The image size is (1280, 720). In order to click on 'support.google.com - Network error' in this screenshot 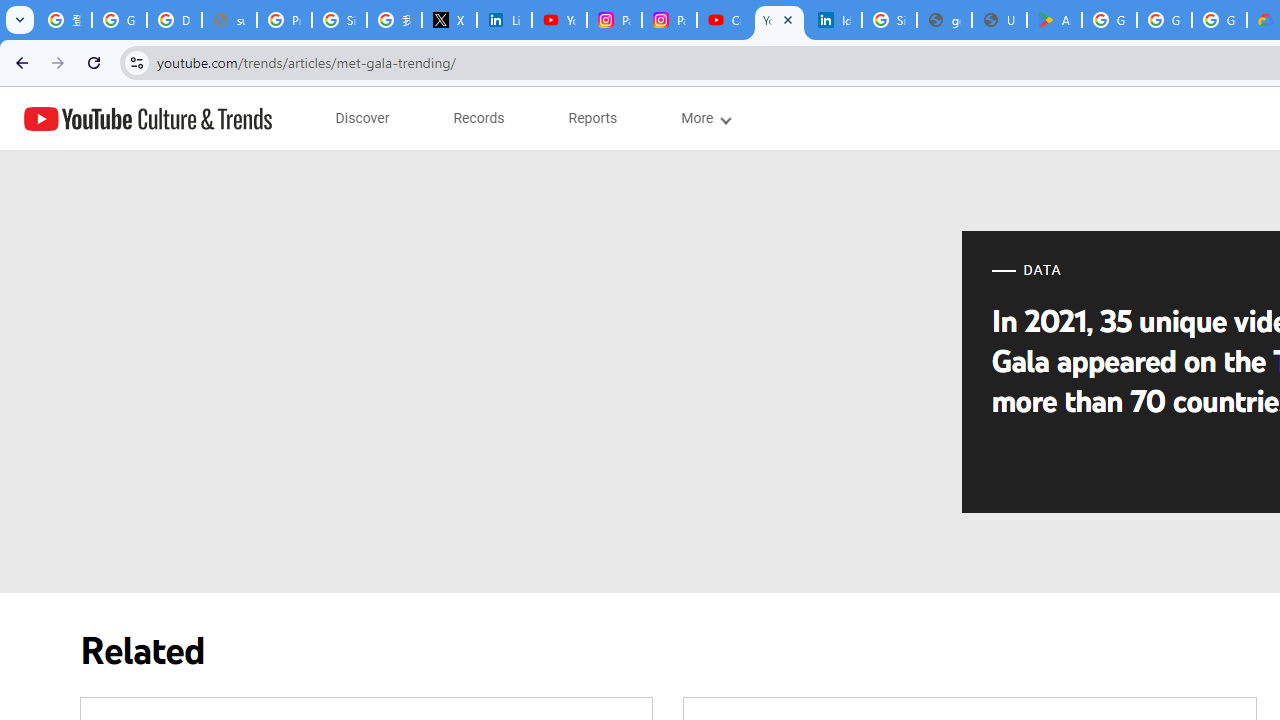, I will do `click(229, 20)`.